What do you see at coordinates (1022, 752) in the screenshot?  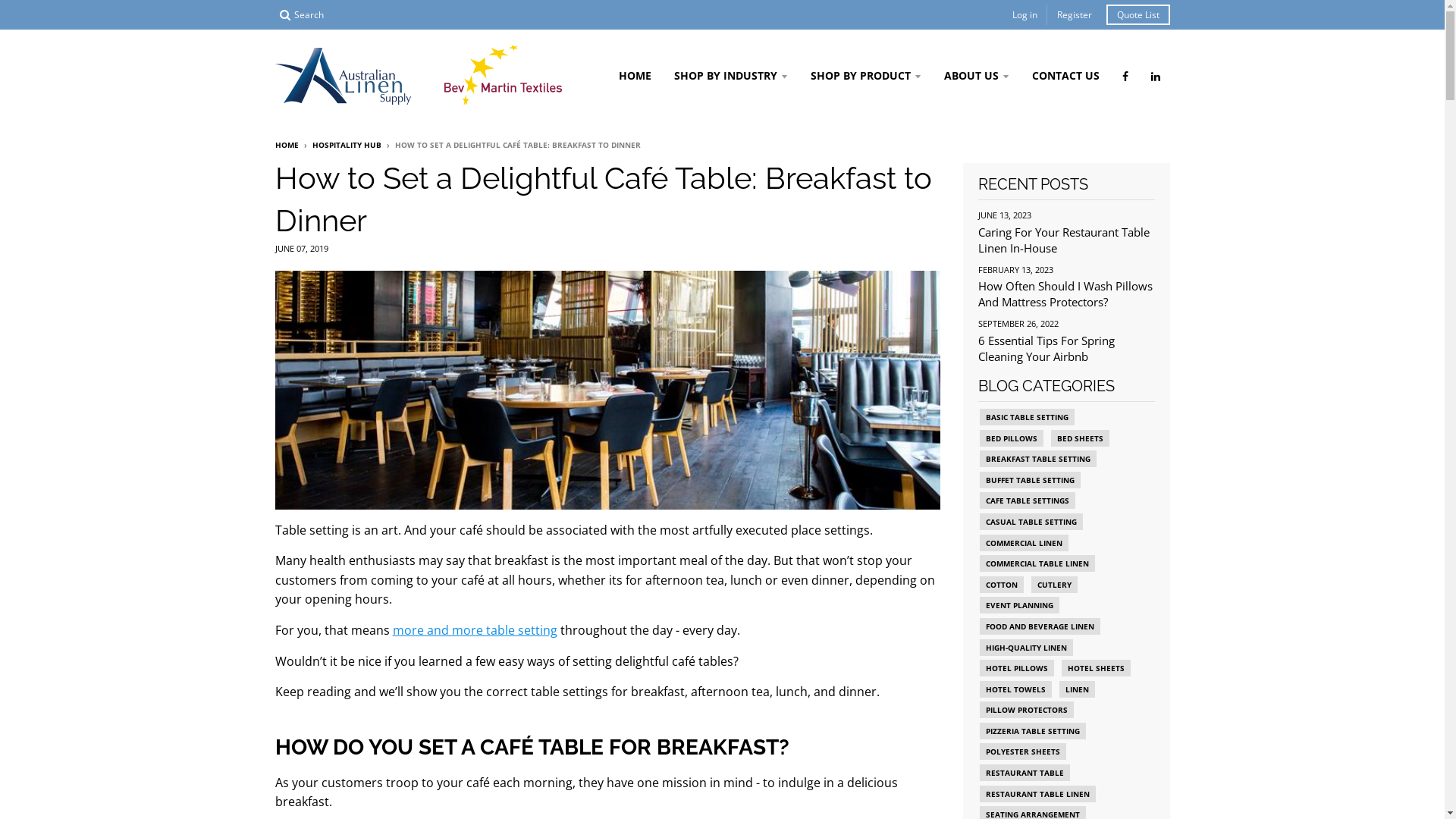 I see `'POLYESTER SHEETS'` at bounding box center [1022, 752].